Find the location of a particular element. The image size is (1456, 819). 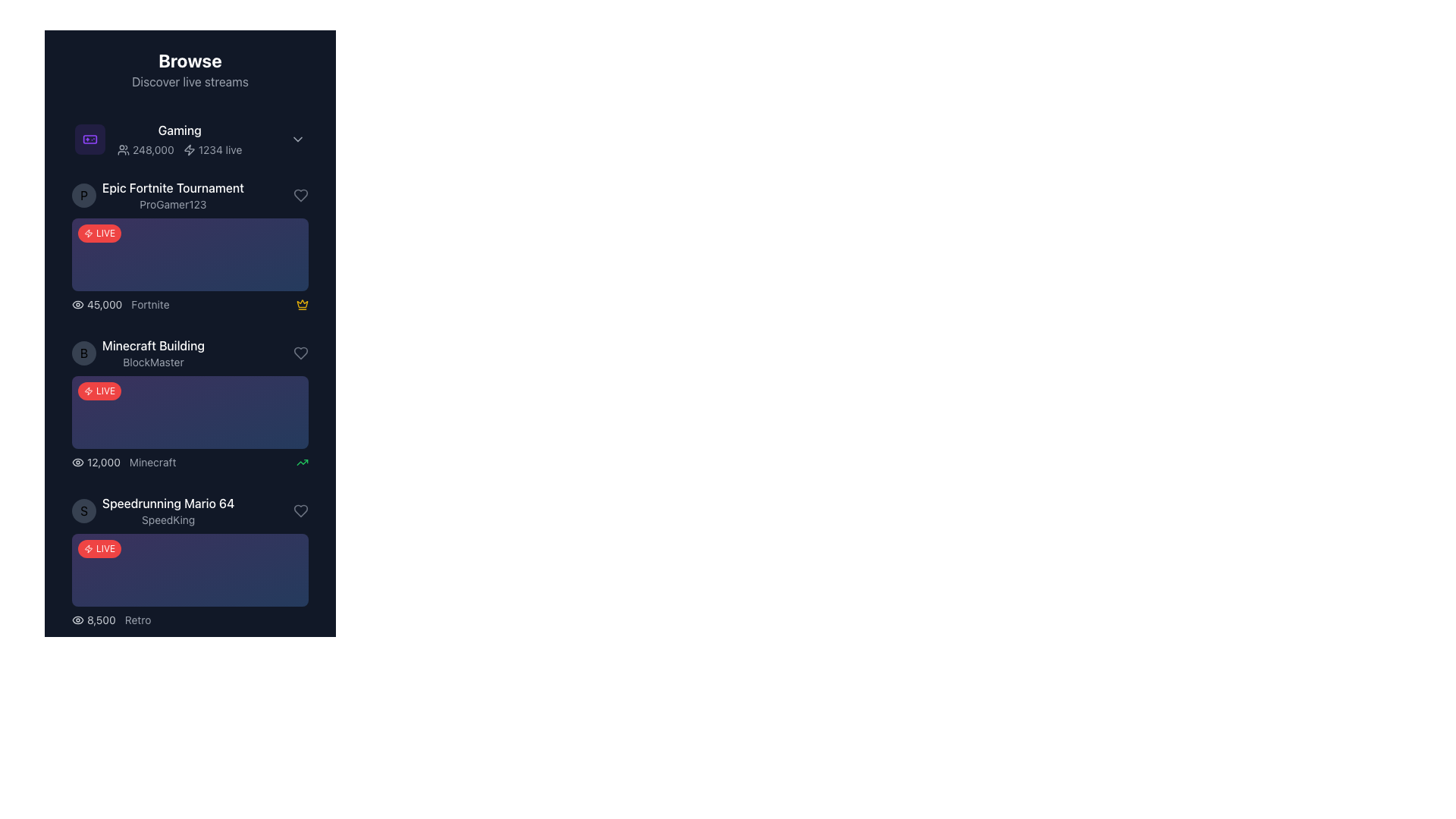

the list item containing 'Epic Fortnite Tournament' and 'ProGamer123' is located at coordinates (189, 195).